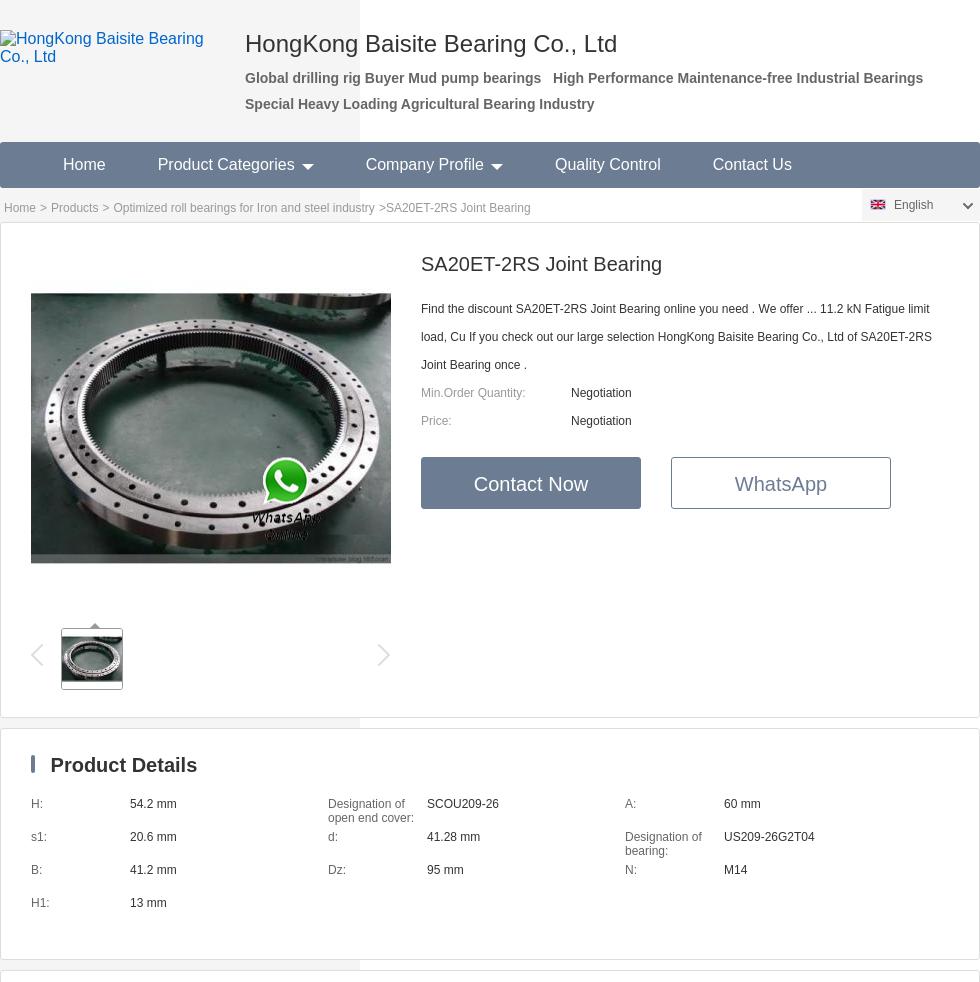  Describe the element at coordinates (392, 76) in the screenshot. I see `'Global drilling rig Buyer Mud pump bearings'` at that location.